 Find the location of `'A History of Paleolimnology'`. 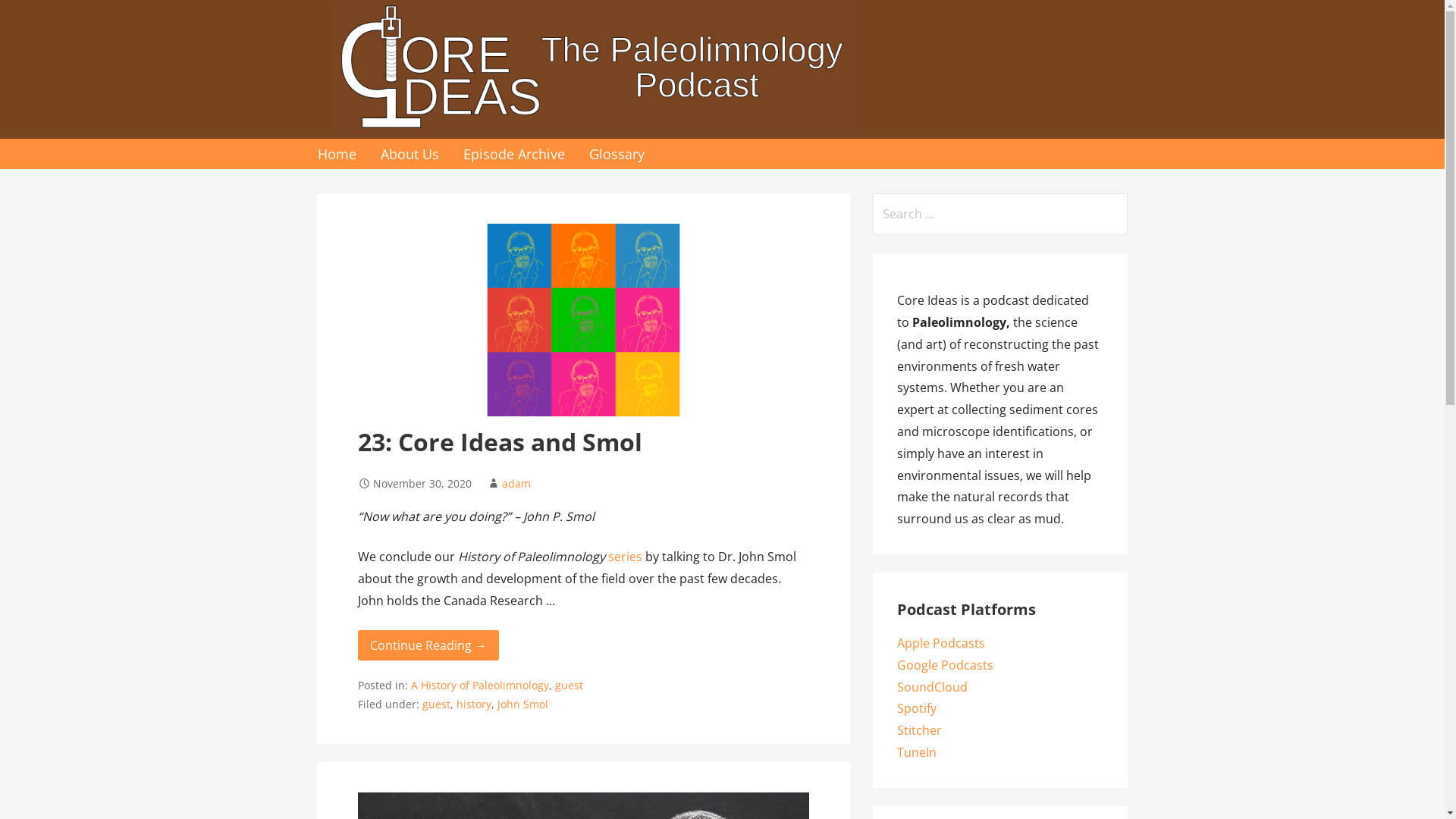

'A History of Paleolimnology' is located at coordinates (479, 685).